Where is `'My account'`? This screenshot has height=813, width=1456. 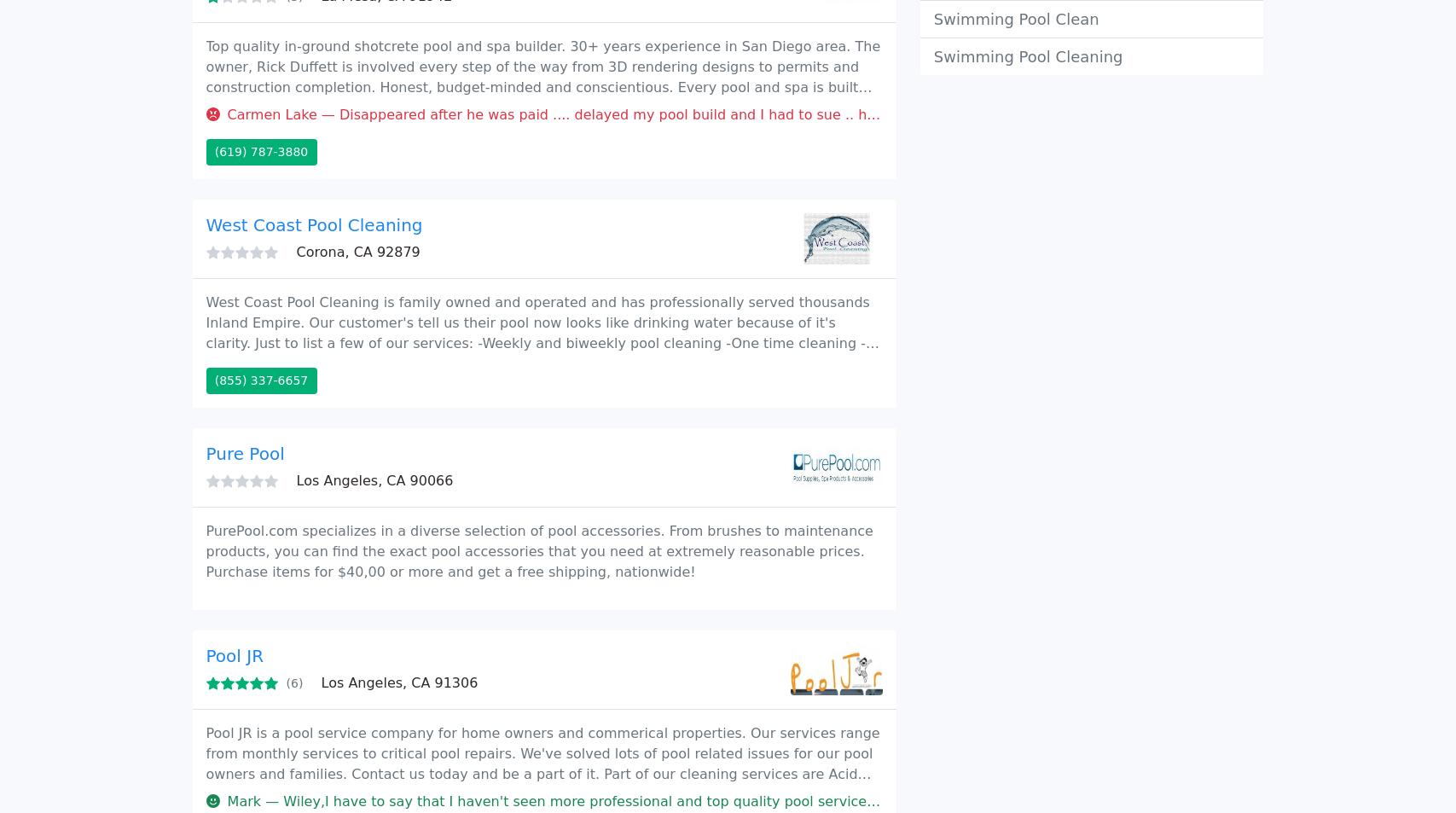
'My account' is located at coordinates (963, 26).